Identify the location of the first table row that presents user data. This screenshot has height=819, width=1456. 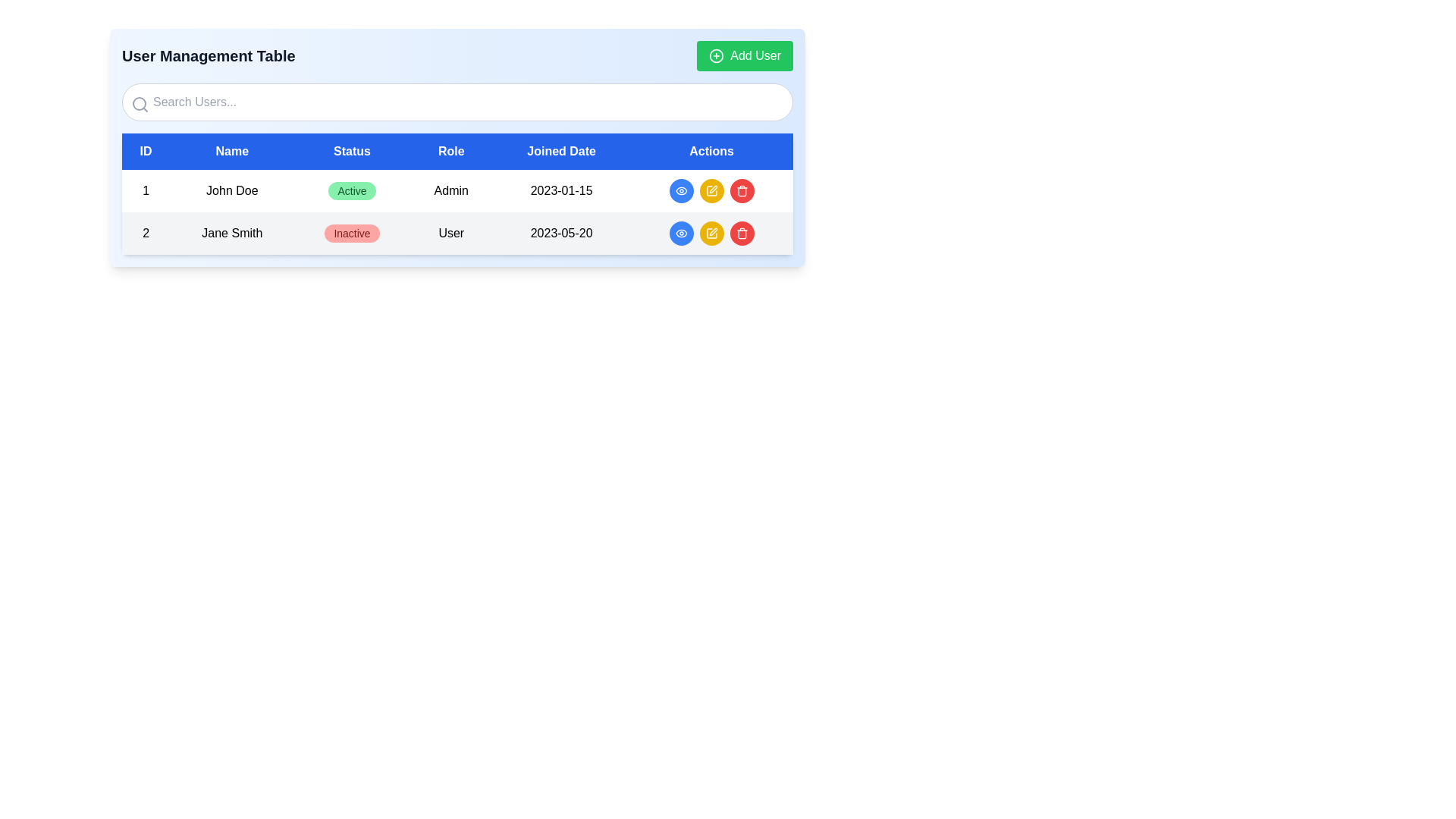
(457, 190).